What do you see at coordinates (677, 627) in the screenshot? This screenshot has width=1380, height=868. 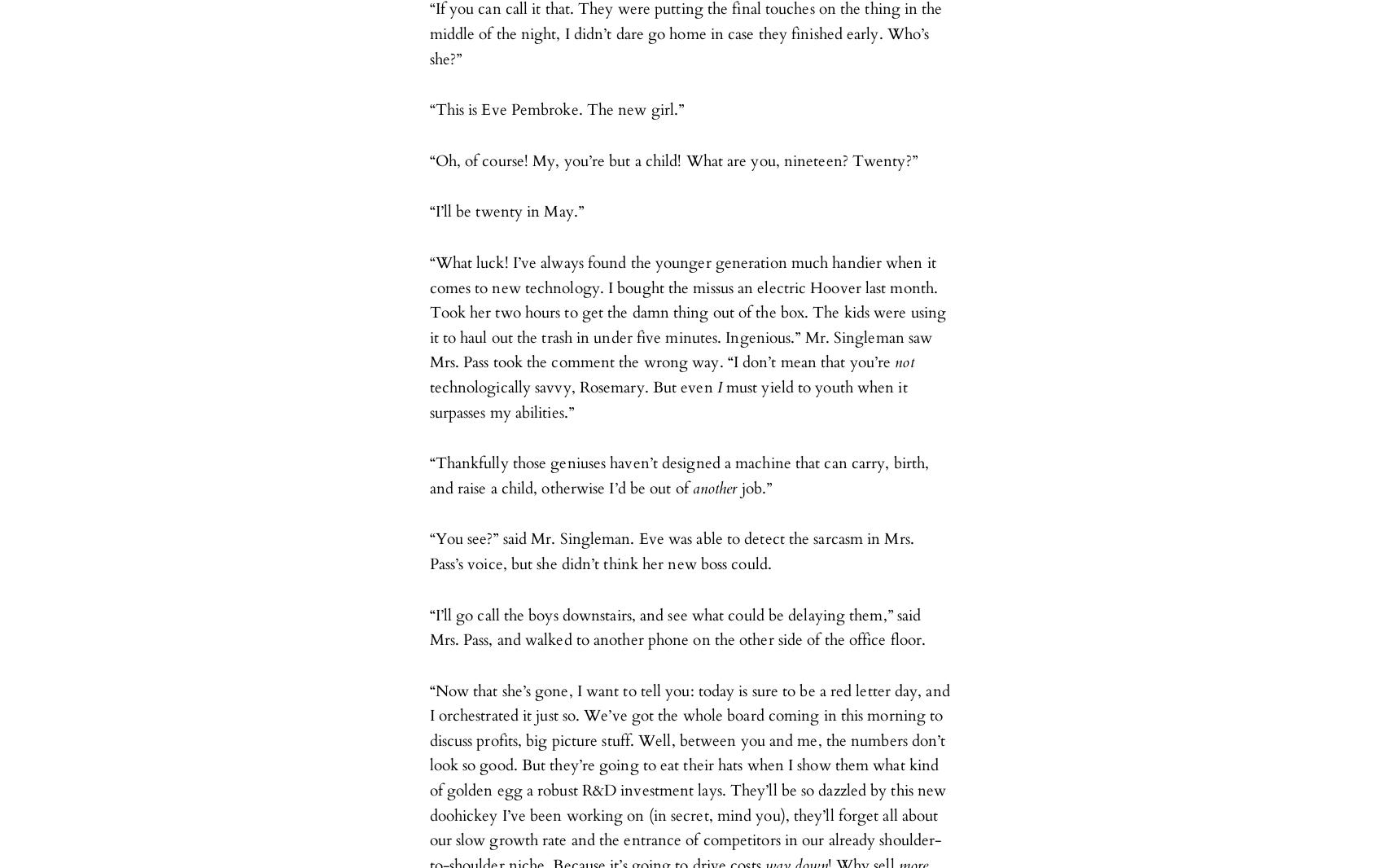 I see `'“I’ll go call the boys downstairs, and see what could be delaying them,” said Mrs. Pass, and walked to another phone on the other side of the office floor.'` at bounding box center [677, 627].